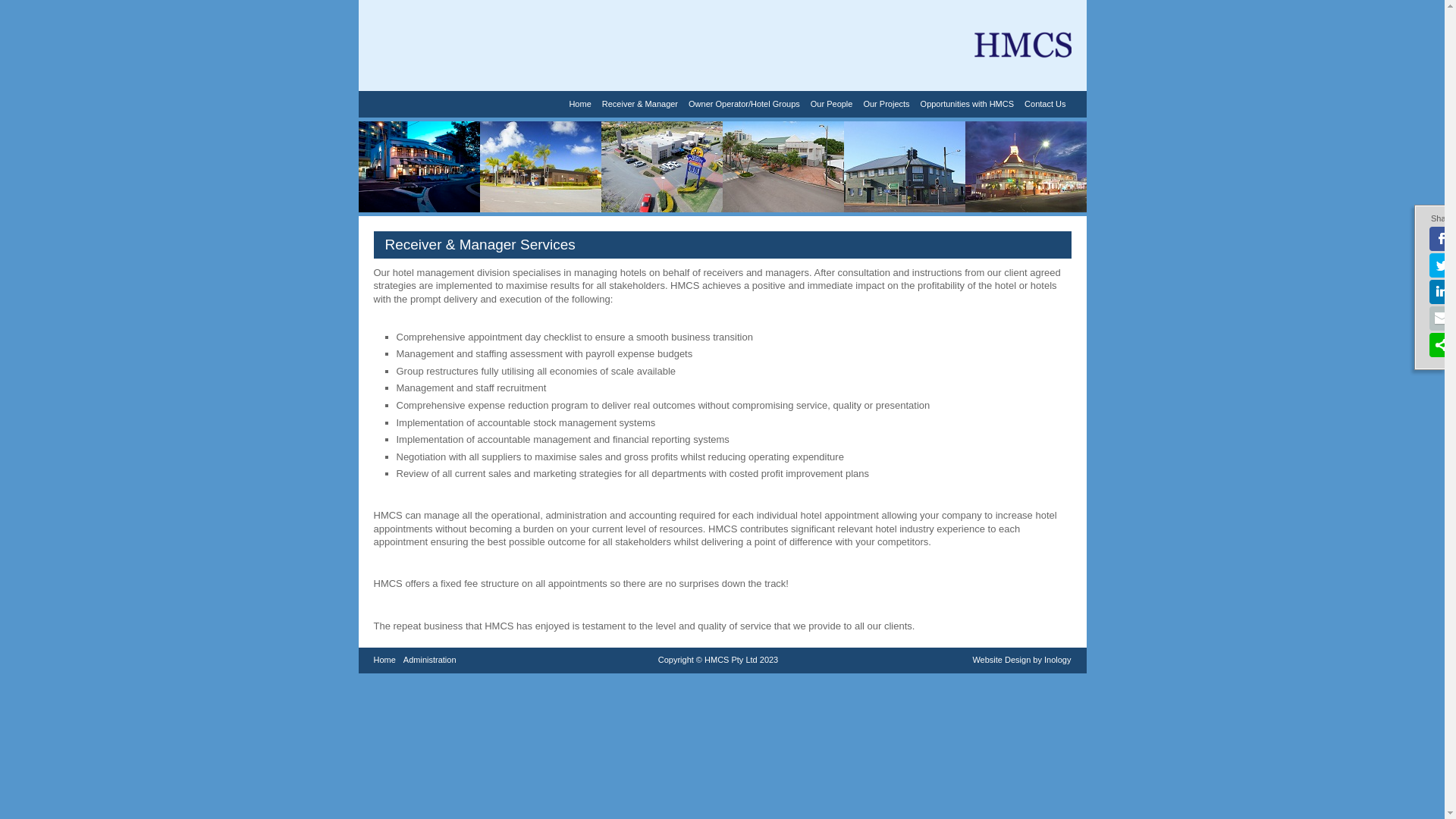 This screenshot has width=1456, height=819. What do you see at coordinates (831, 103) in the screenshot?
I see `'Our People'` at bounding box center [831, 103].